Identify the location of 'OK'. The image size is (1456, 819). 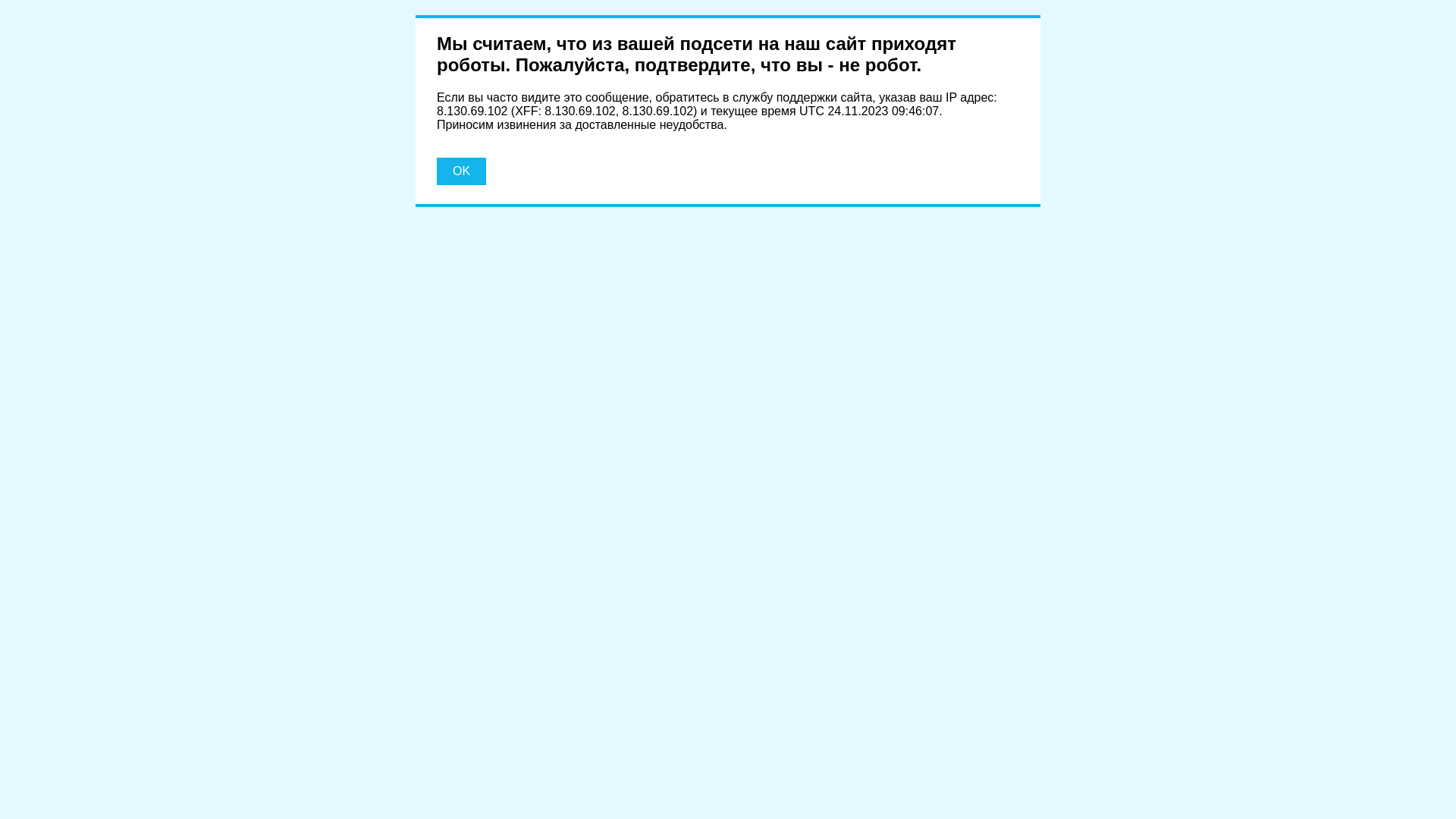
(460, 171).